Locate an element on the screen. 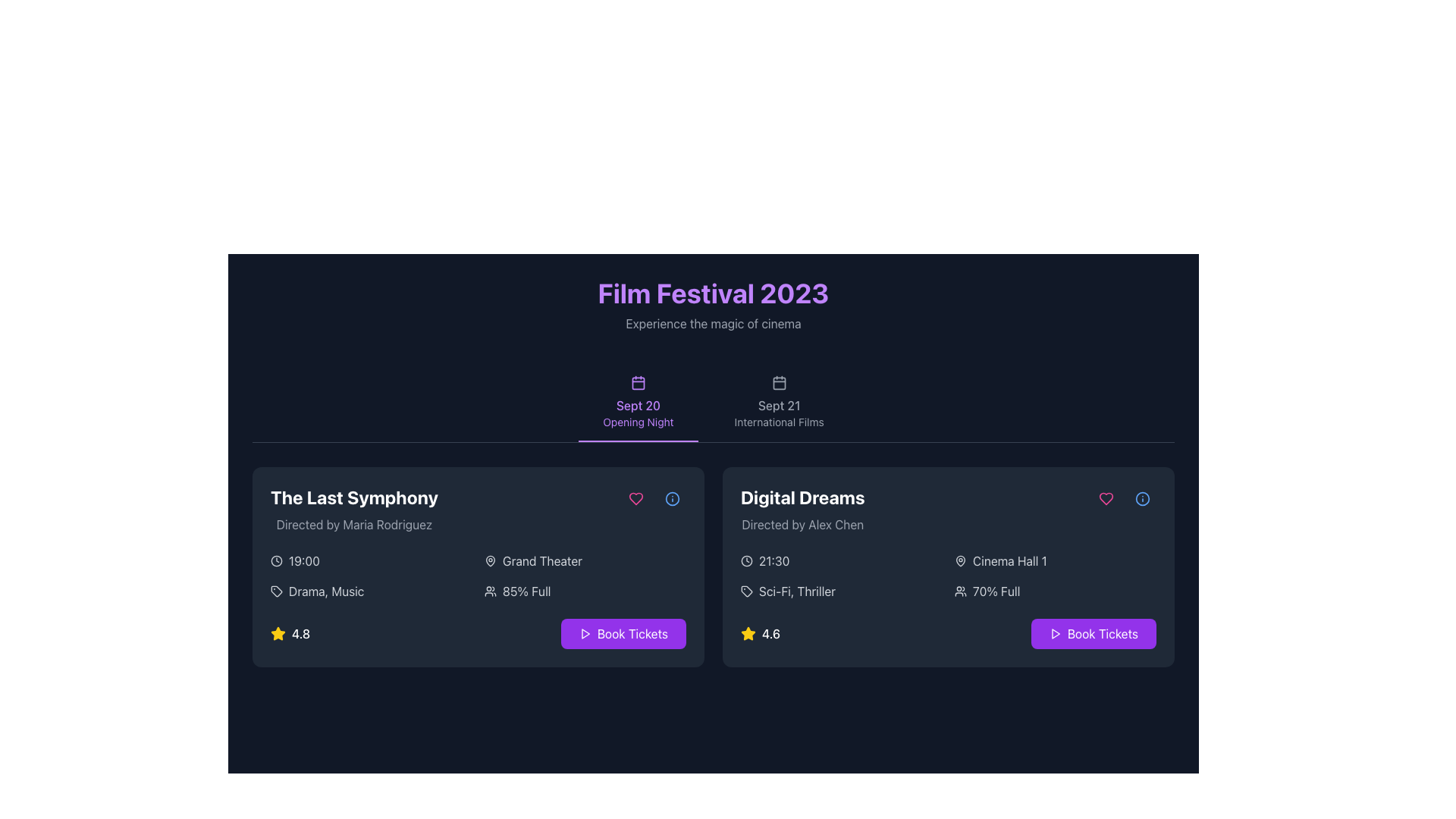 Image resolution: width=1456 pixels, height=819 pixels. numerical rating text displayed in the lower left corner of the card labeled 'The Last Symphony', which follows a yellow star icon in a horizontal sequence is located at coordinates (301, 634).